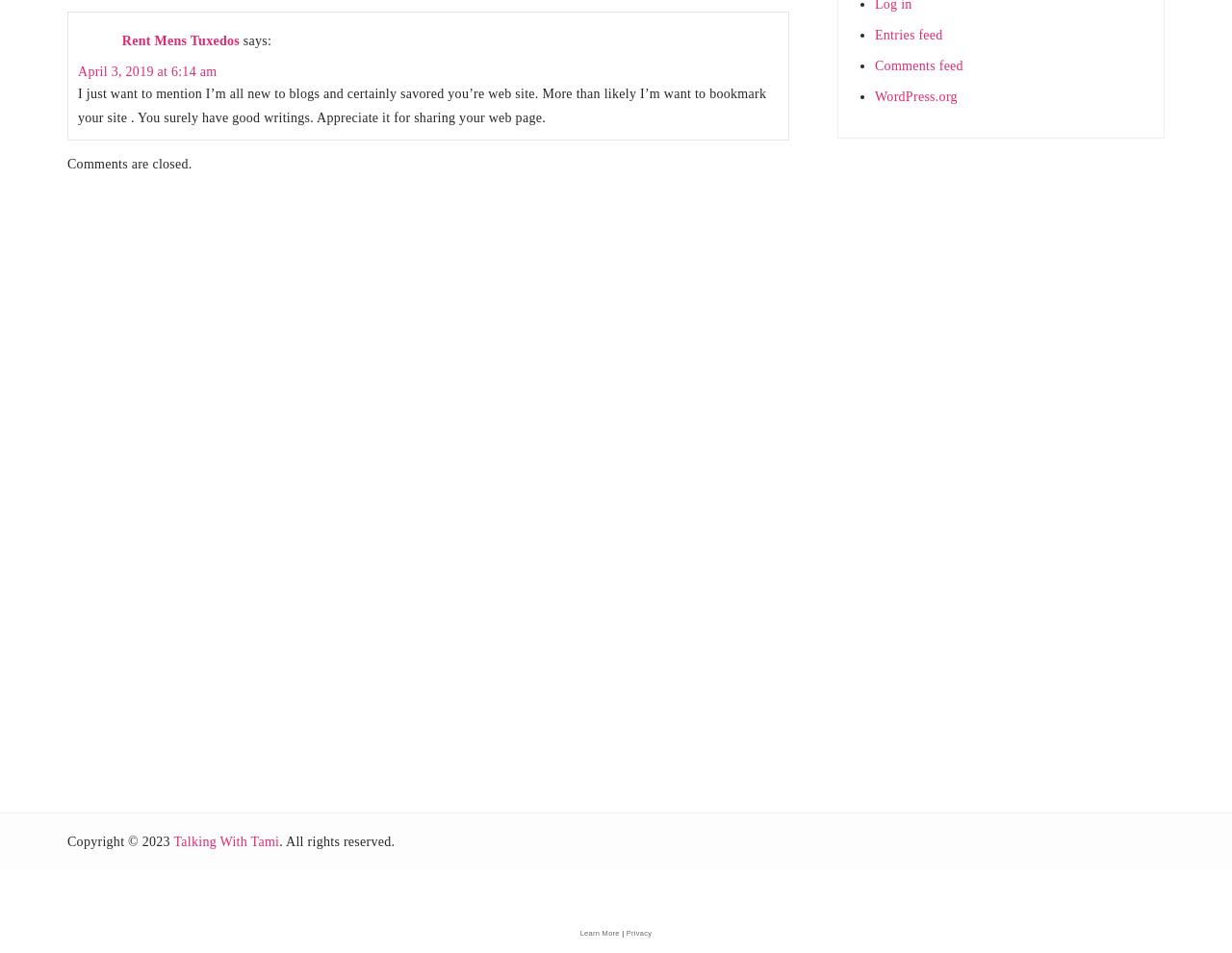 This screenshot has height=953, width=1232. Describe the element at coordinates (577, 932) in the screenshot. I see `'Learn More'` at that location.